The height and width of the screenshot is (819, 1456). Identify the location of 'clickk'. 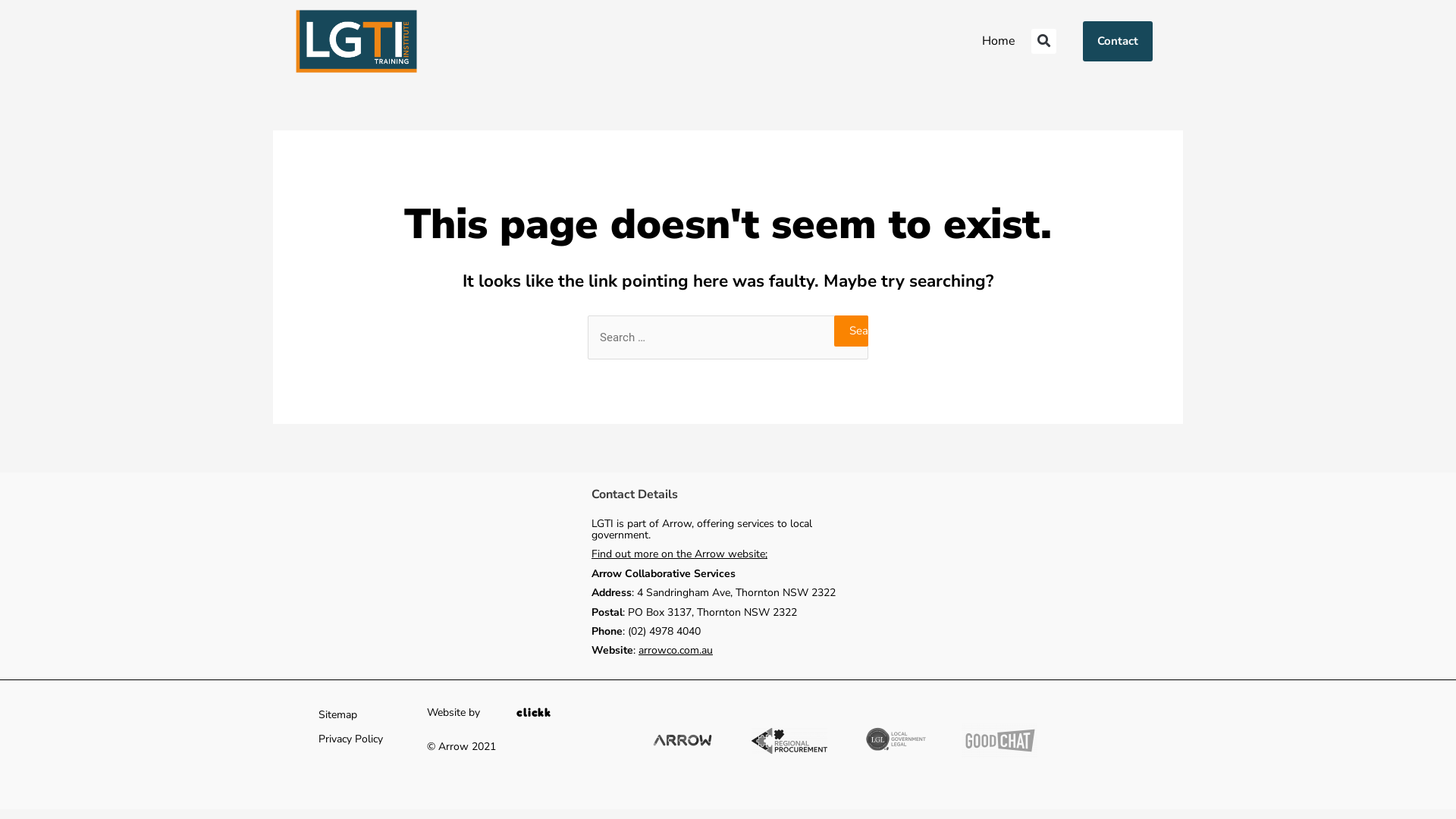
(534, 712).